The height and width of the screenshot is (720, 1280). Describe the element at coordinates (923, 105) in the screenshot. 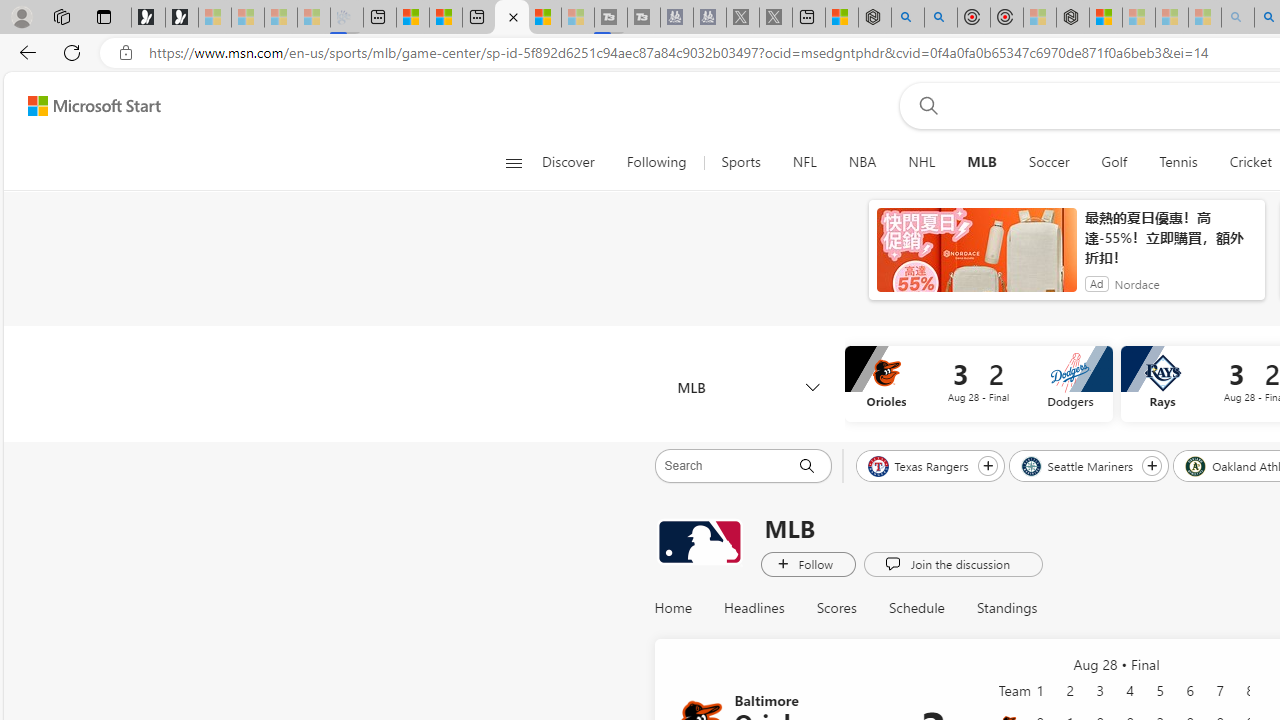

I see `'Web search'` at that location.